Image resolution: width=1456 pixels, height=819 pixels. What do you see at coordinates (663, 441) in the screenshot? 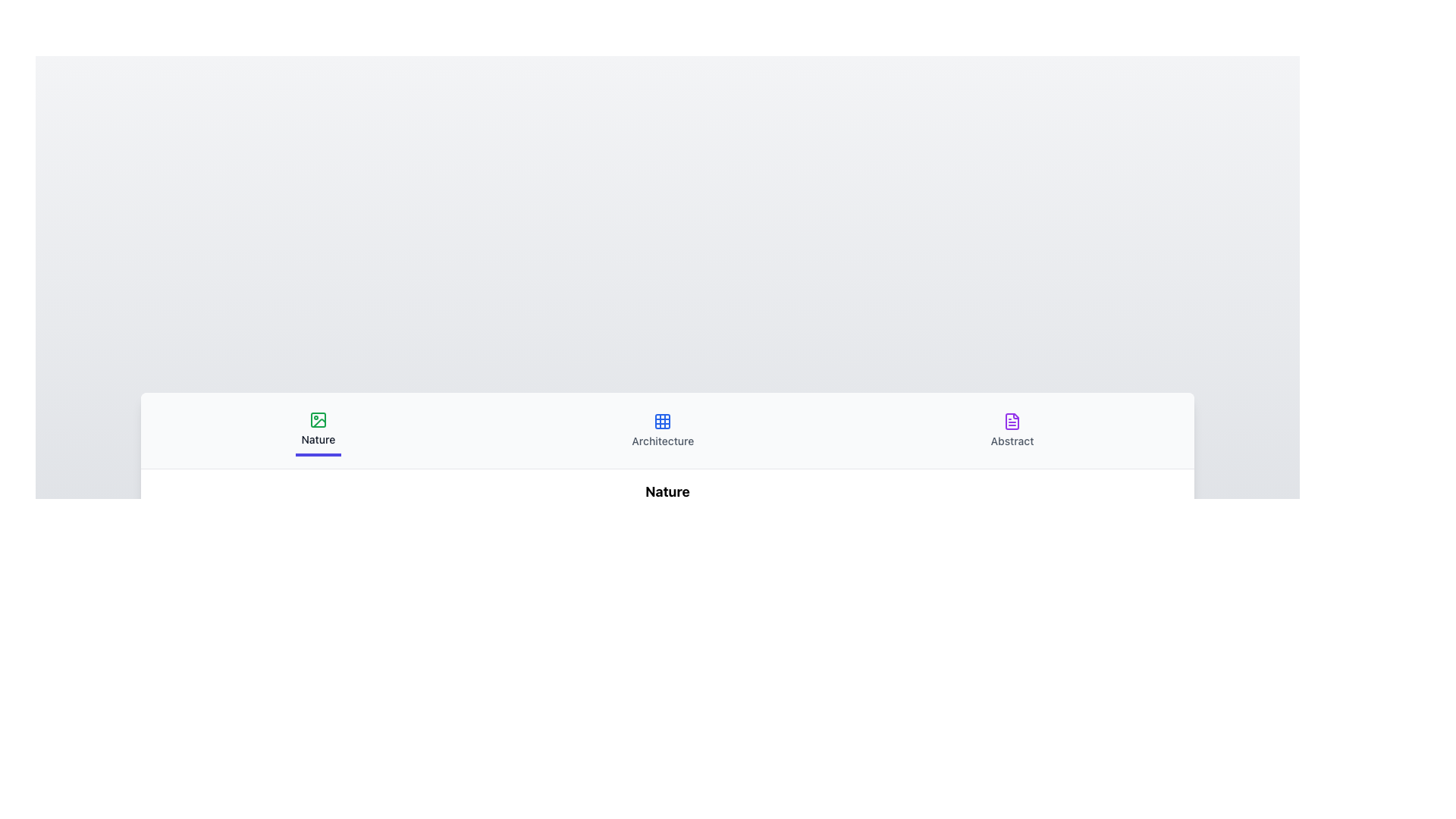
I see `the text label displaying 'Architecture'` at bounding box center [663, 441].